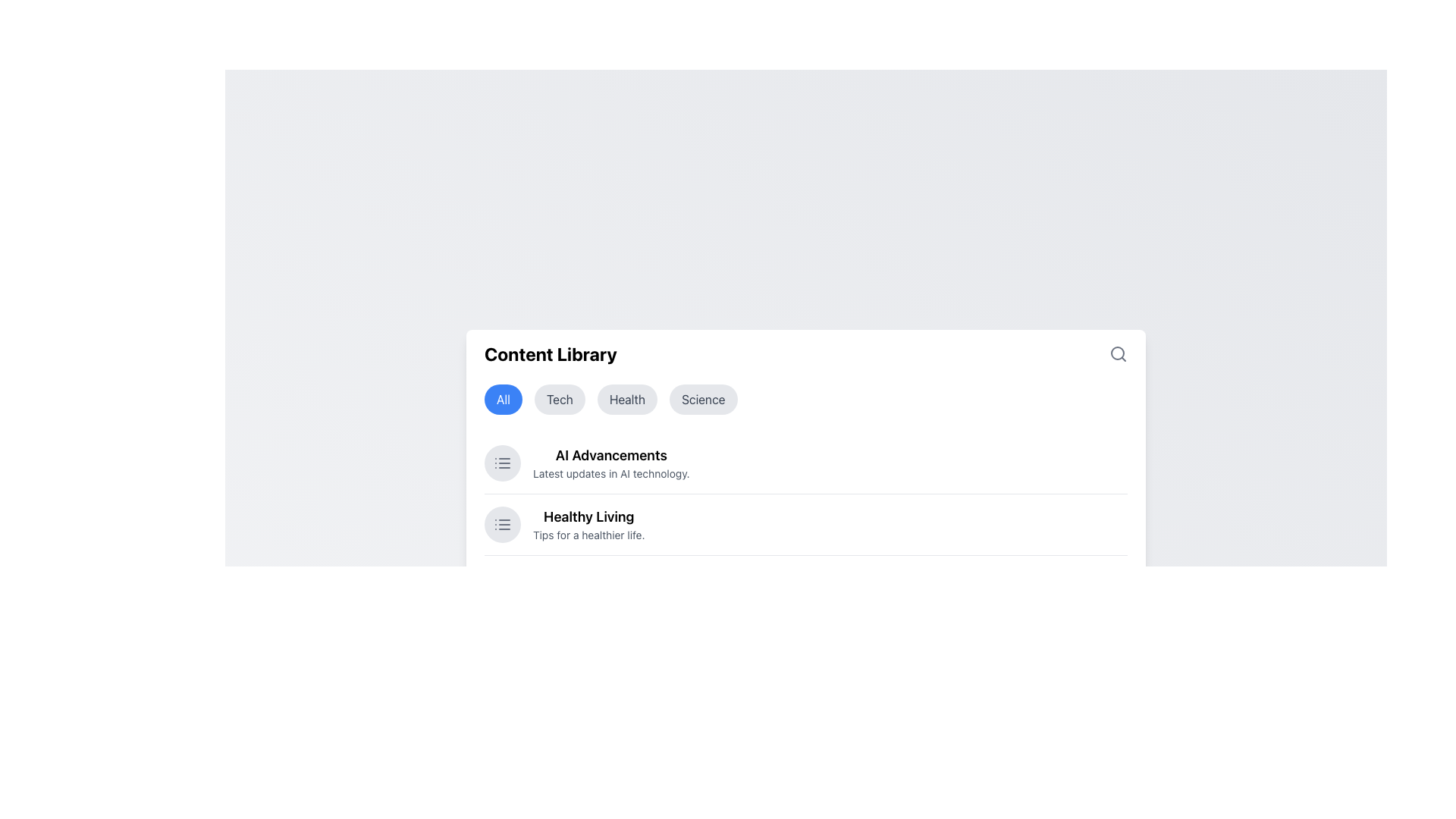 This screenshot has height=819, width=1456. Describe the element at coordinates (559, 399) in the screenshot. I see `the 'Tech' button, which is a rounded rectangle label with a light gray background and gray text, positioned to the right of the 'All' label and to the left of the 'Health' label under the 'Content Library' heading` at that location.